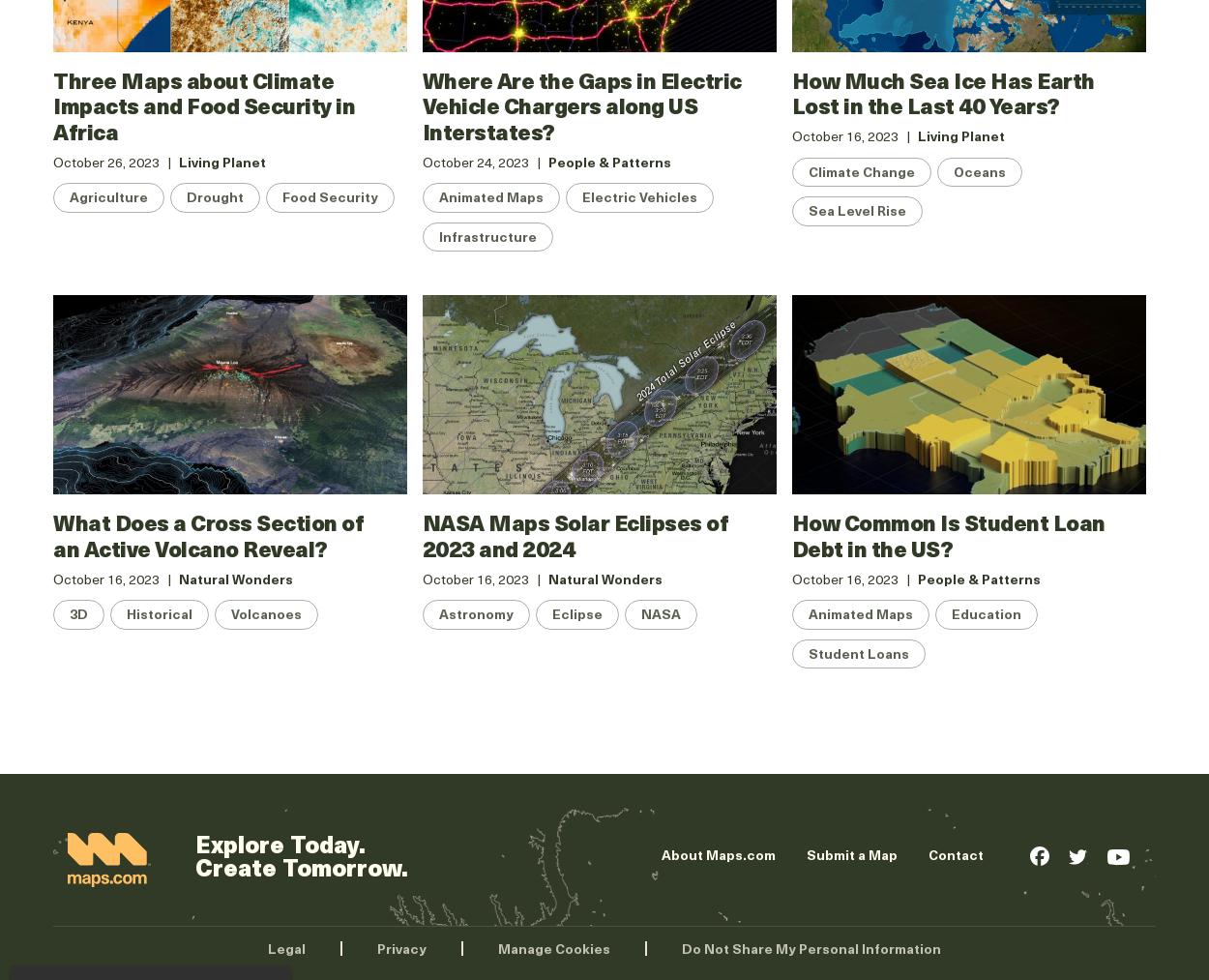 The width and height of the screenshot is (1209, 980). I want to click on 'October 26, 2023', so click(105, 161).